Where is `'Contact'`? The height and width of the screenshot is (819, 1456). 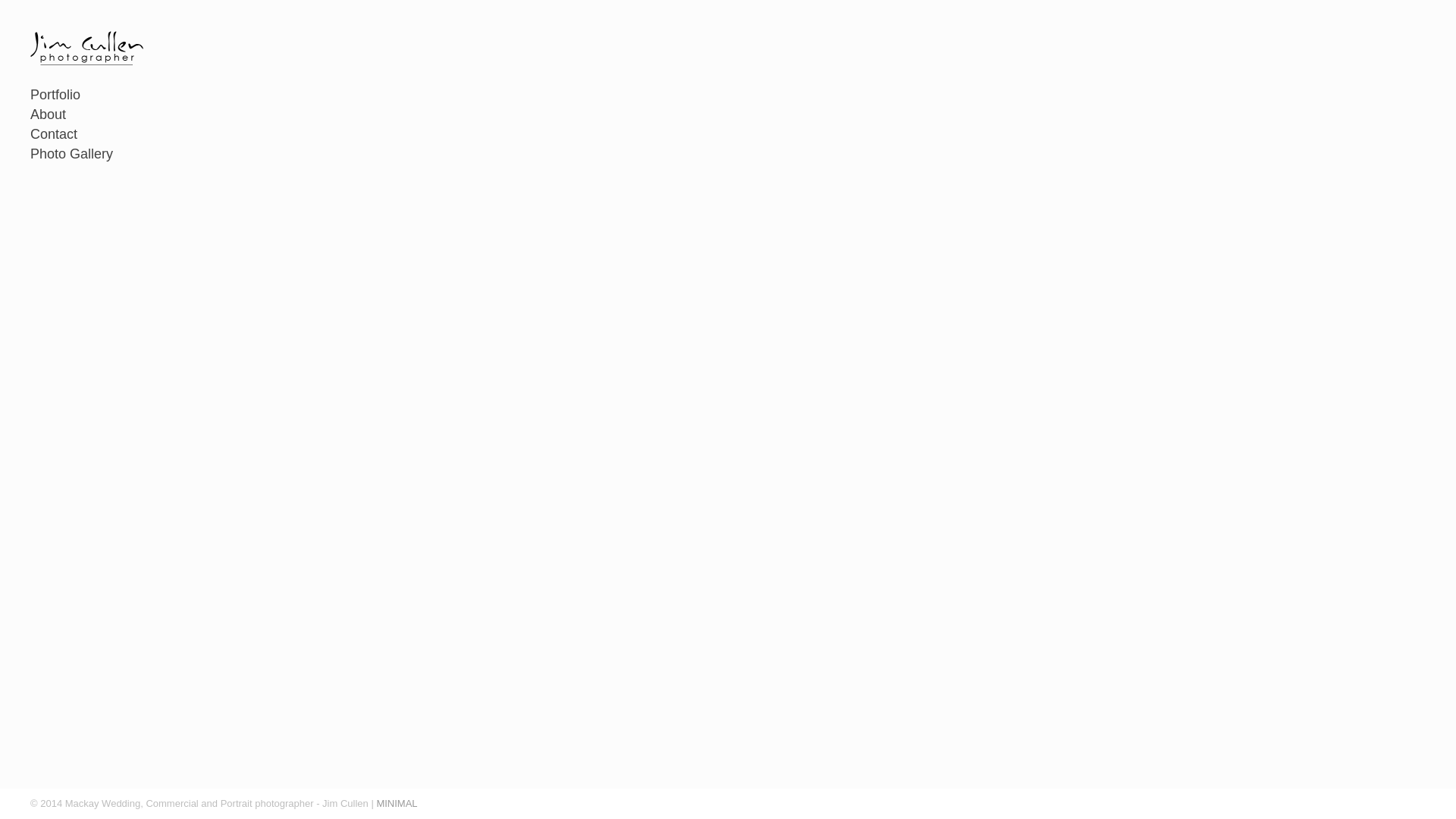
'Contact' is located at coordinates (86, 133).